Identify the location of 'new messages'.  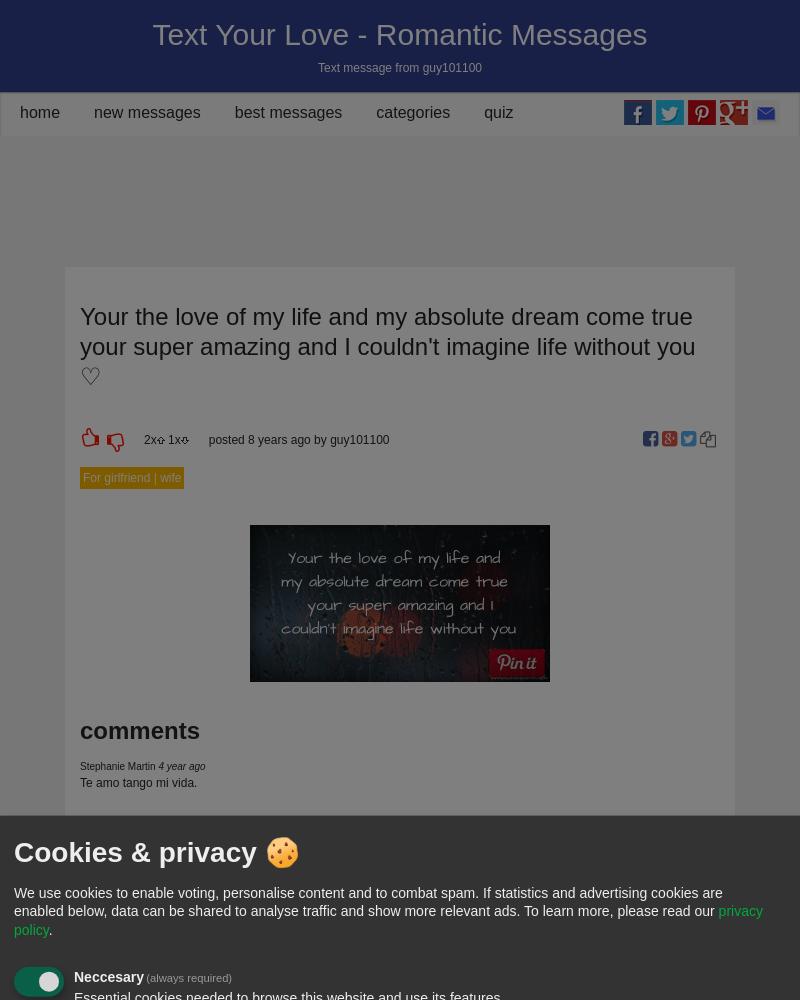
(94, 111).